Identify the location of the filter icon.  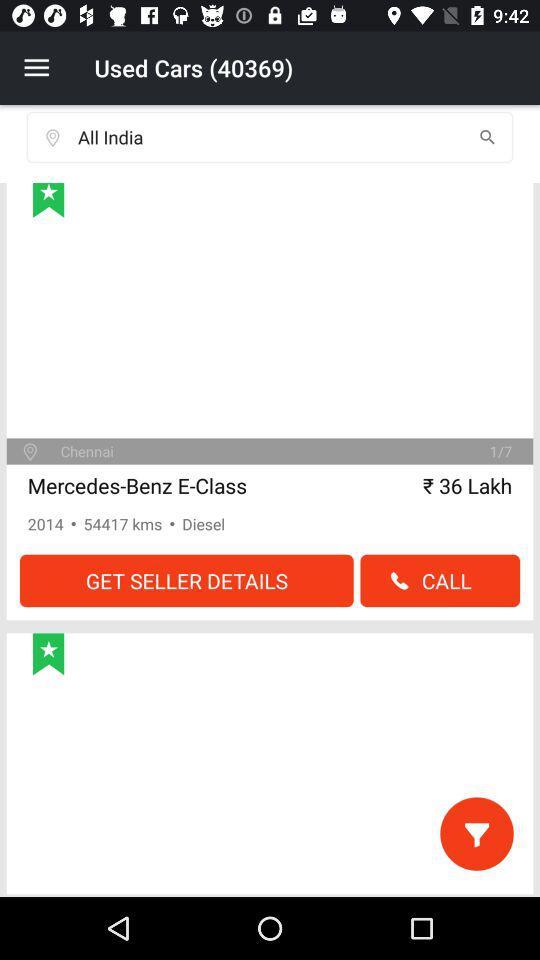
(475, 833).